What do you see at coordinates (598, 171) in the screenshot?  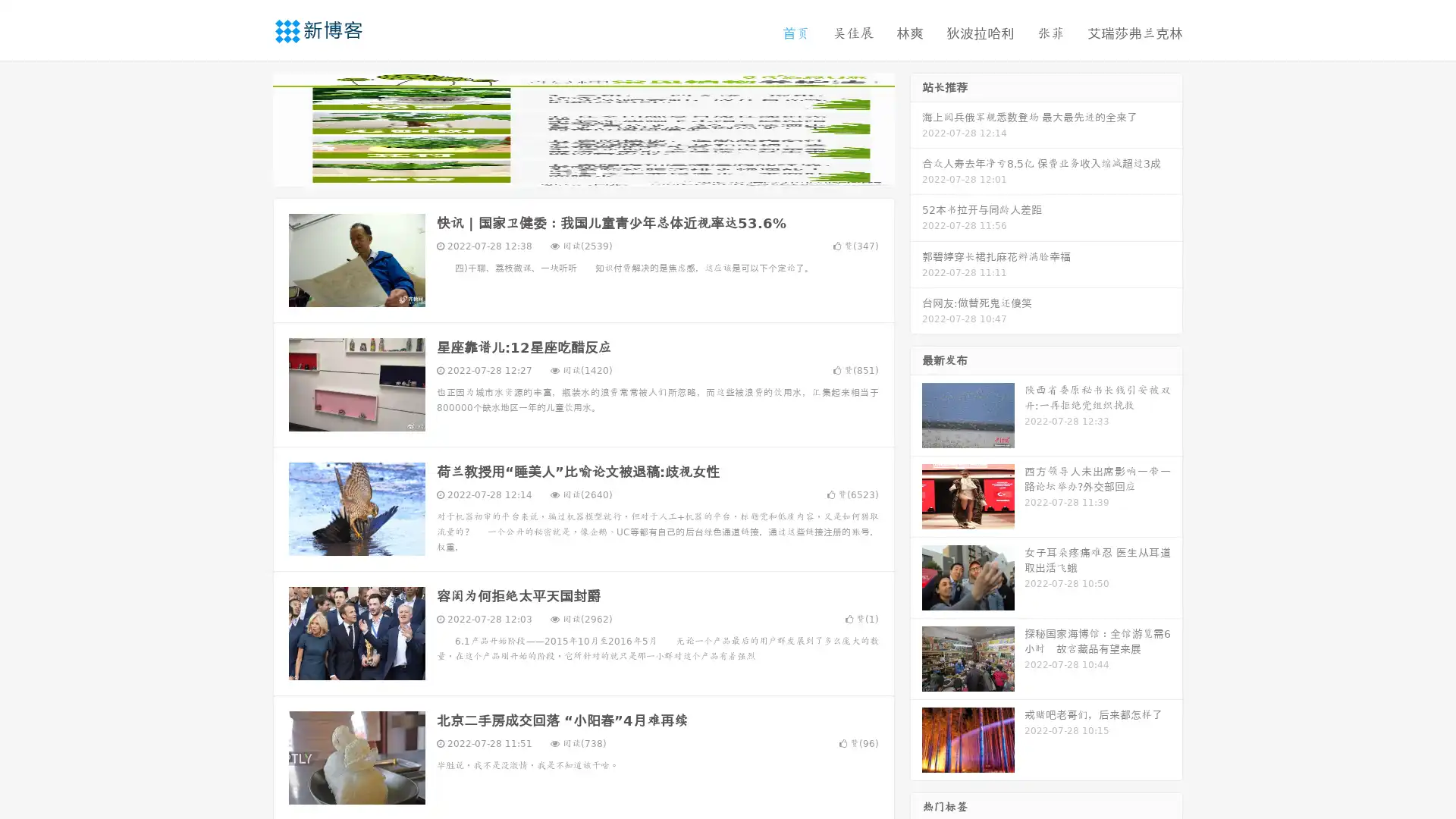 I see `Go to slide 3` at bounding box center [598, 171].